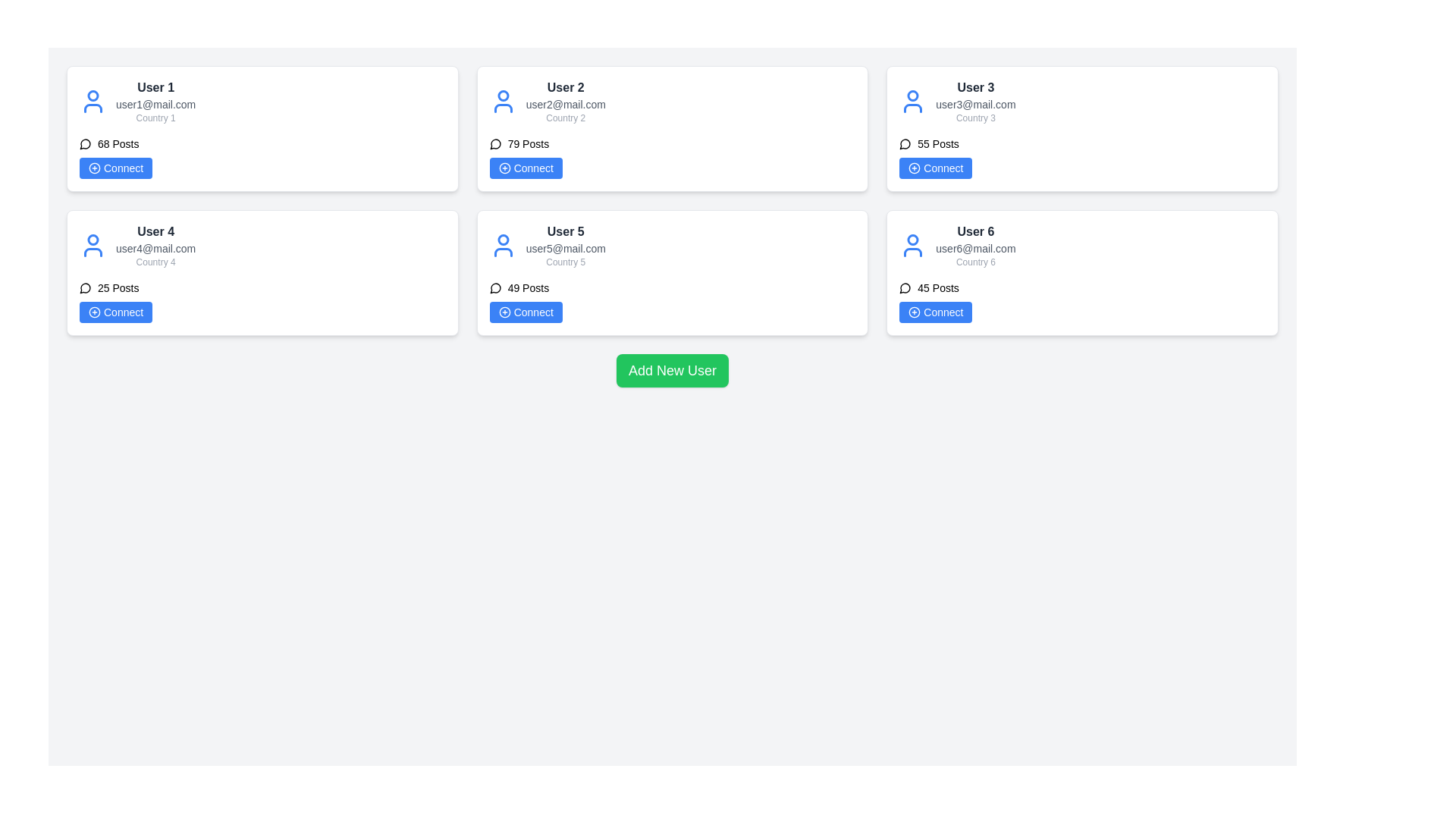 Image resolution: width=1456 pixels, height=819 pixels. Describe the element at coordinates (526, 312) in the screenshot. I see `the interactive button for connecting with 'User 5' located in the lower section of the card beneath the '49 Posts' text` at that location.